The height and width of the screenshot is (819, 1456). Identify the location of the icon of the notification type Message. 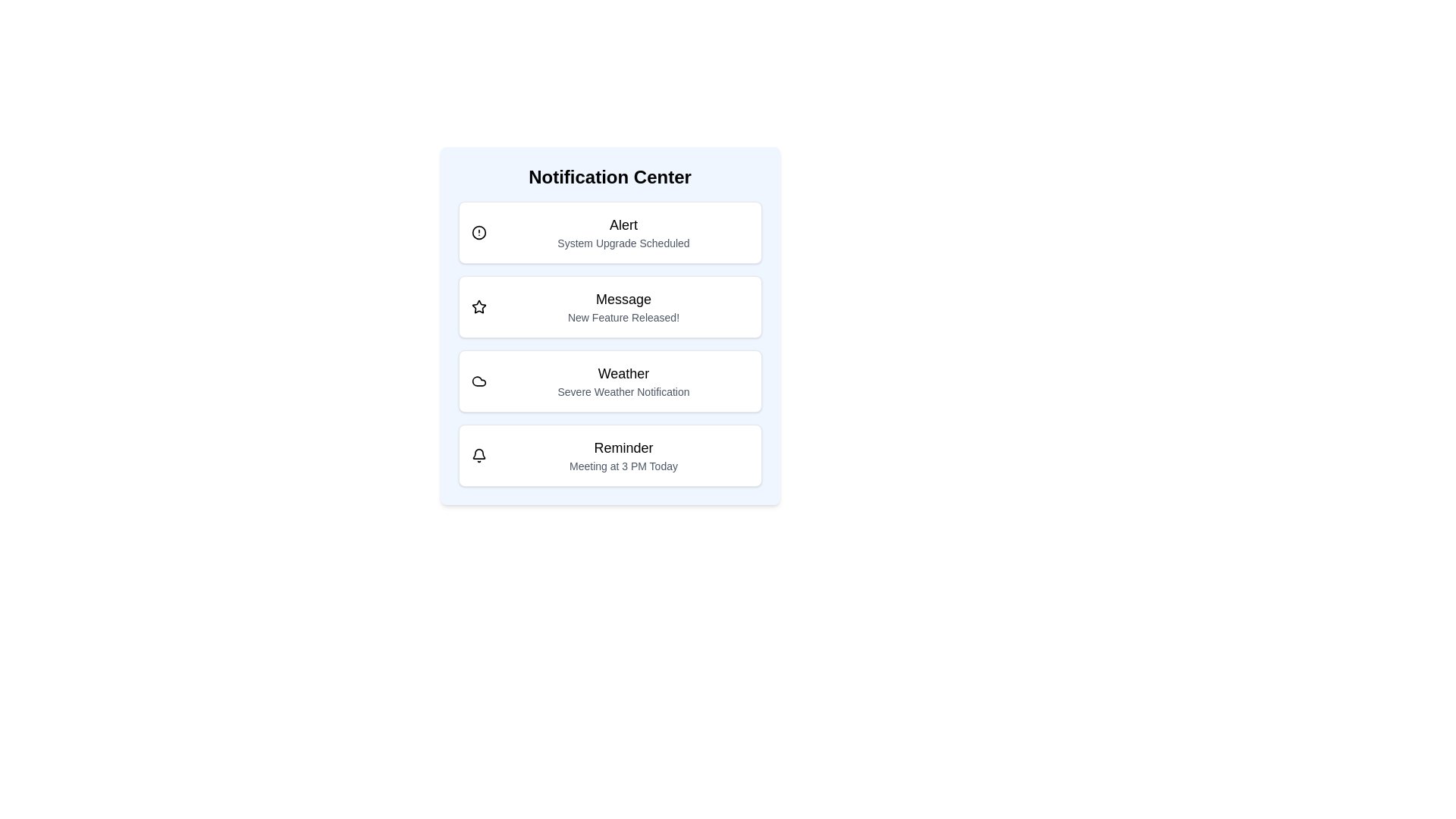
(478, 307).